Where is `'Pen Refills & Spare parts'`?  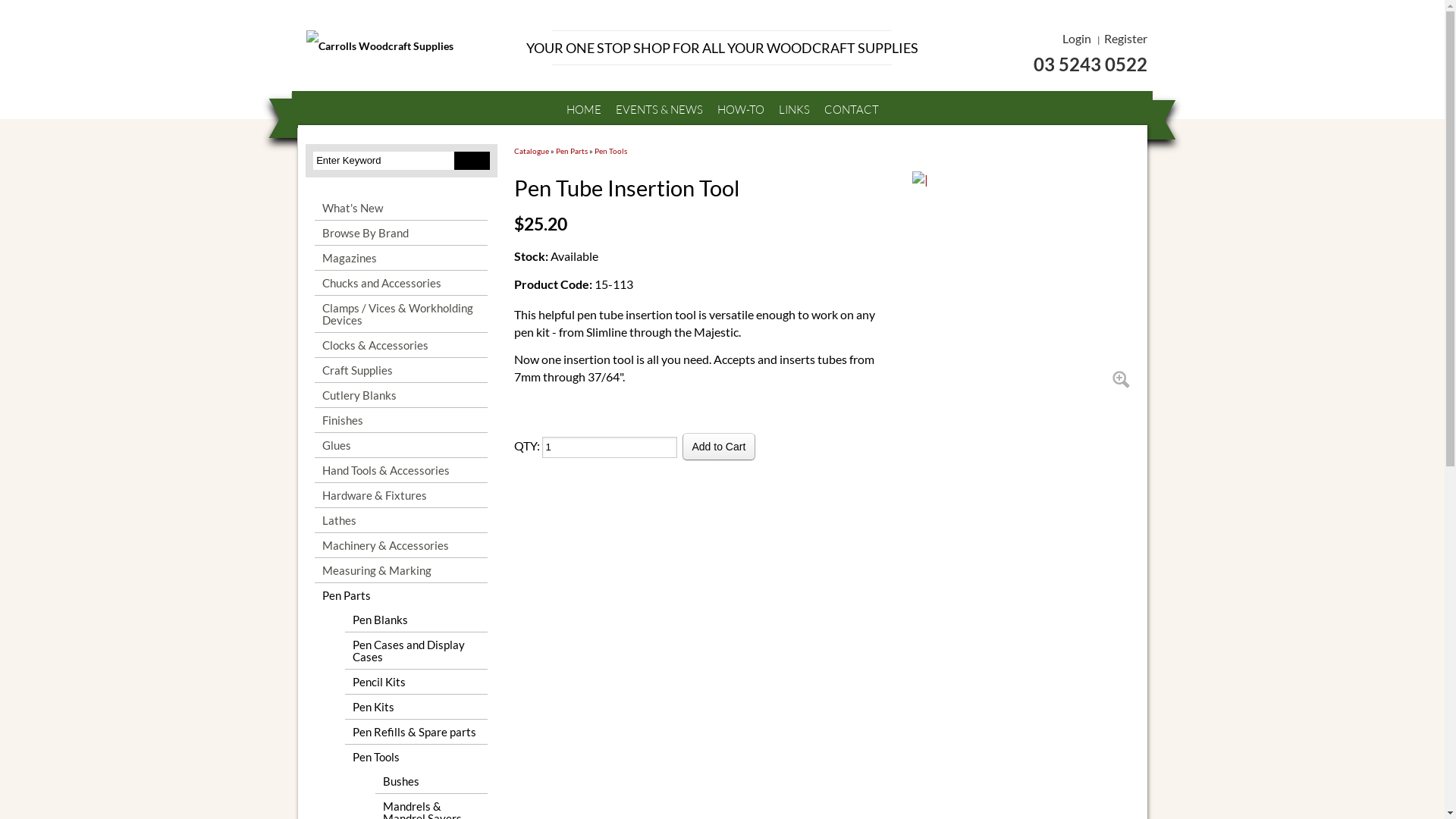
'Pen Refills & Spare parts' is located at coordinates (416, 730).